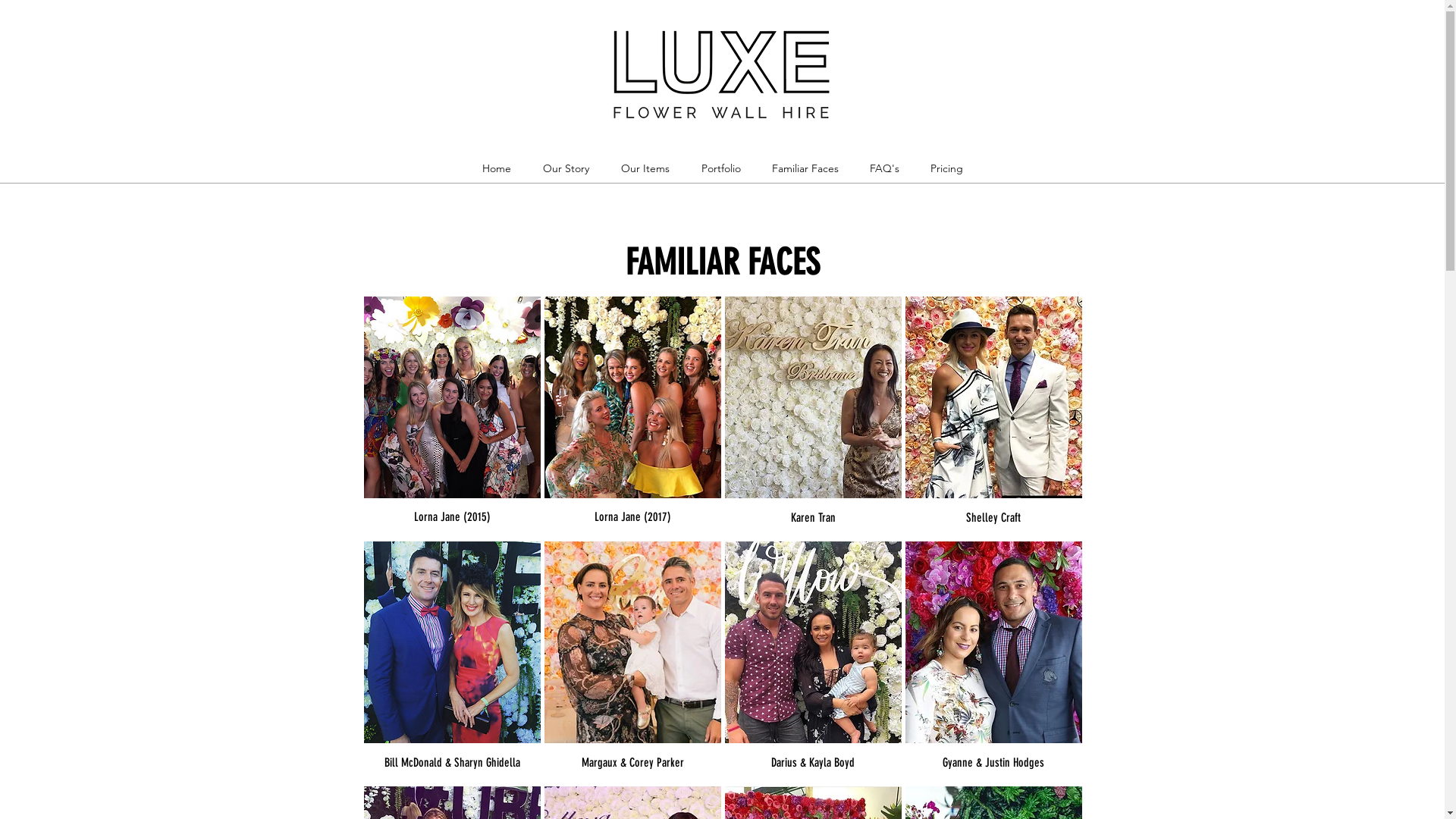 This screenshot has width=1456, height=819. What do you see at coordinates (564, 168) in the screenshot?
I see `'Our Story'` at bounding box center [564, 168].